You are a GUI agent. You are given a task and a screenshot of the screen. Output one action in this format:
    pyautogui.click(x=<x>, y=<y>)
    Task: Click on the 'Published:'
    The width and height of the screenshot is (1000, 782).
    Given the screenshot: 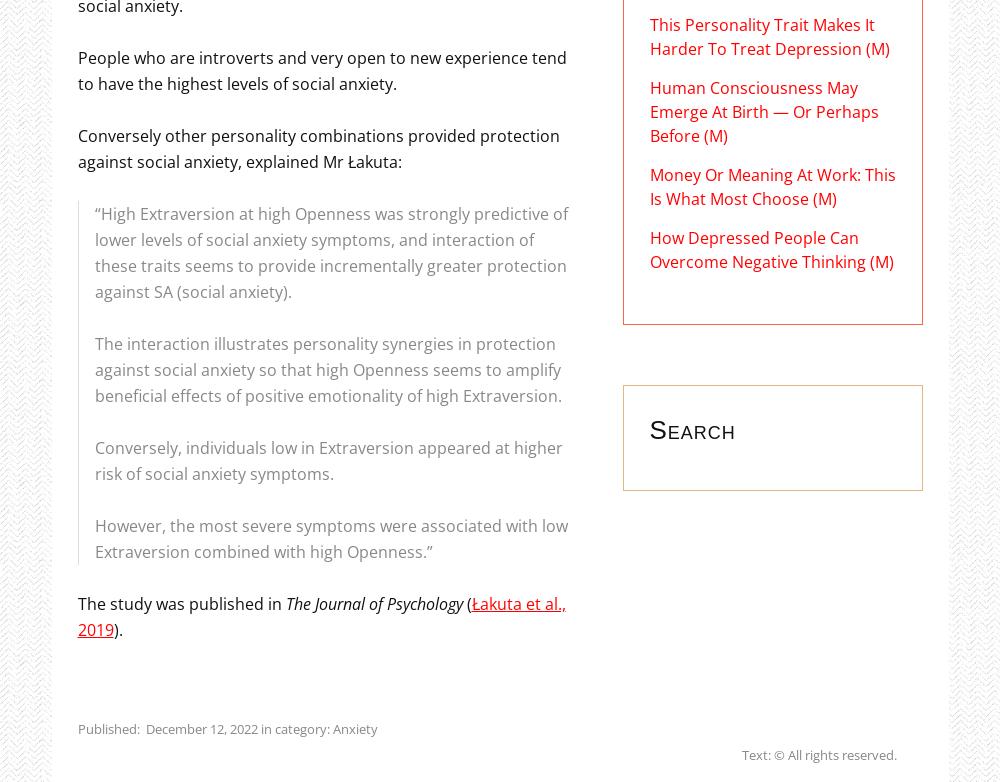 What is the action you would take?
    pyautogui.click(x=76, y=726)
    